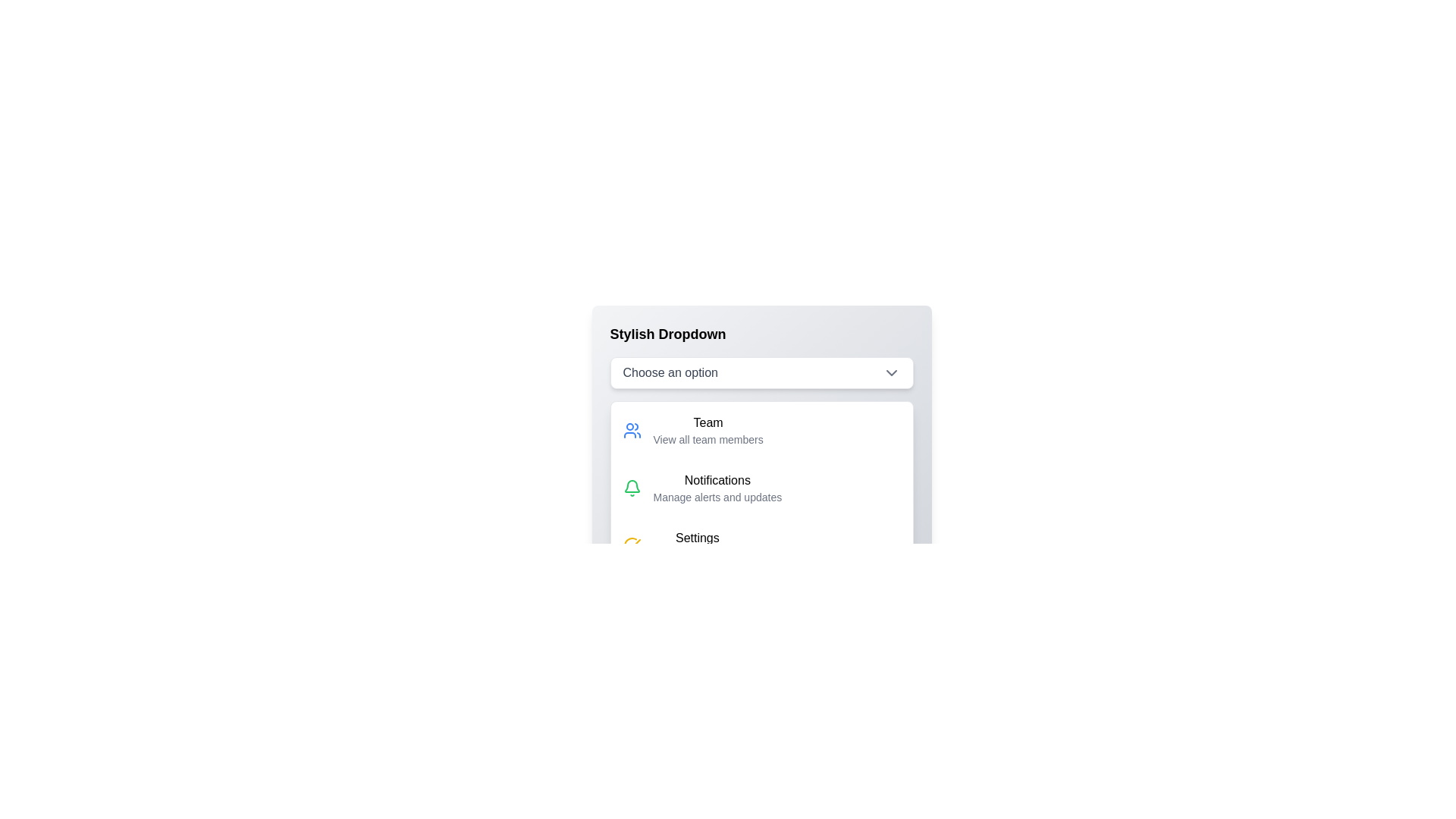 The height and width of the screenshot is (819, 1456). I want to click on the text label in the dropdown menu that provides a title and description for the notification-related features, positioned between 'Team' and 'Settings', so click(717, 488).